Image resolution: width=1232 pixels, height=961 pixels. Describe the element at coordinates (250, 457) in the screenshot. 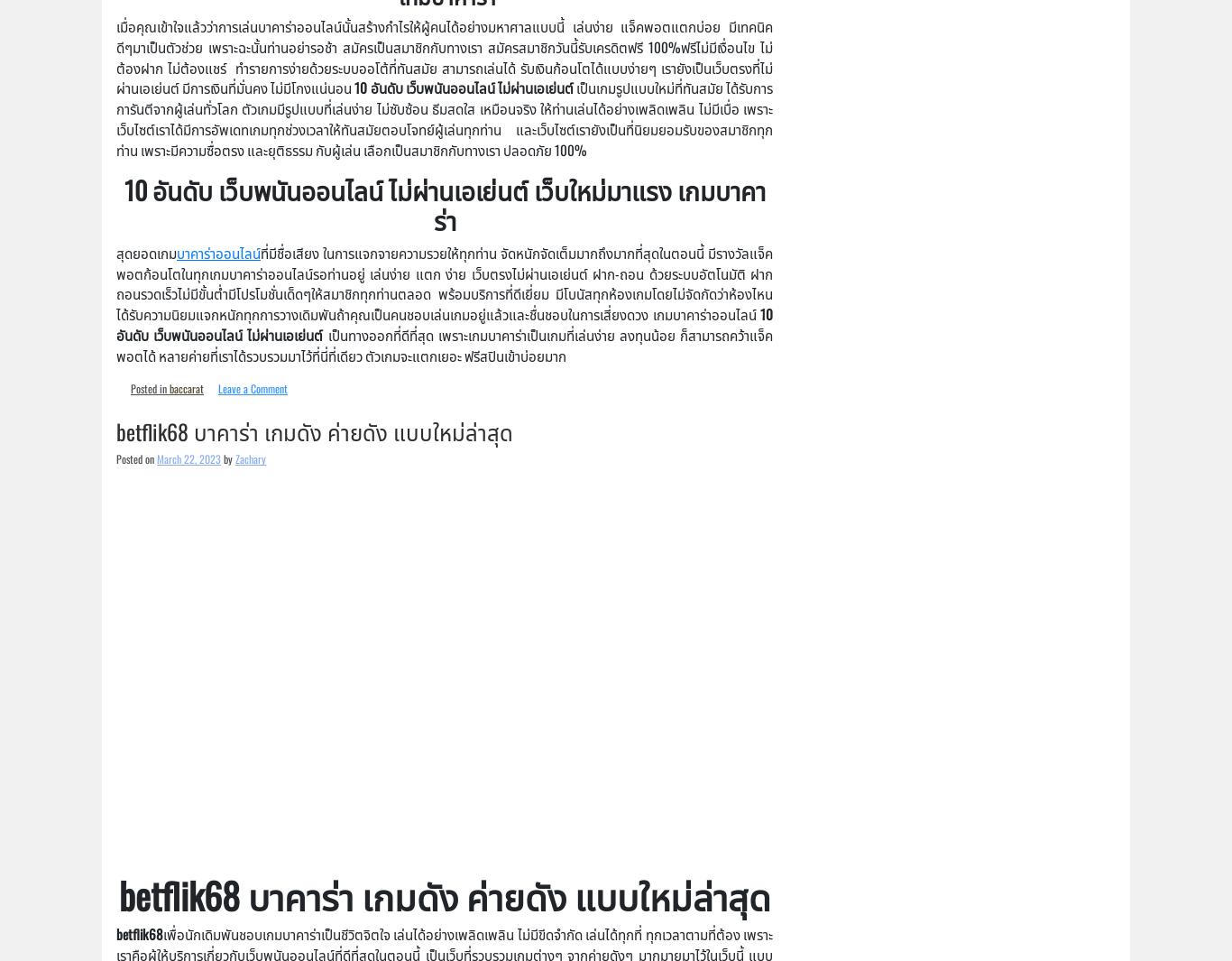

I see `'Zachary'` at that location.